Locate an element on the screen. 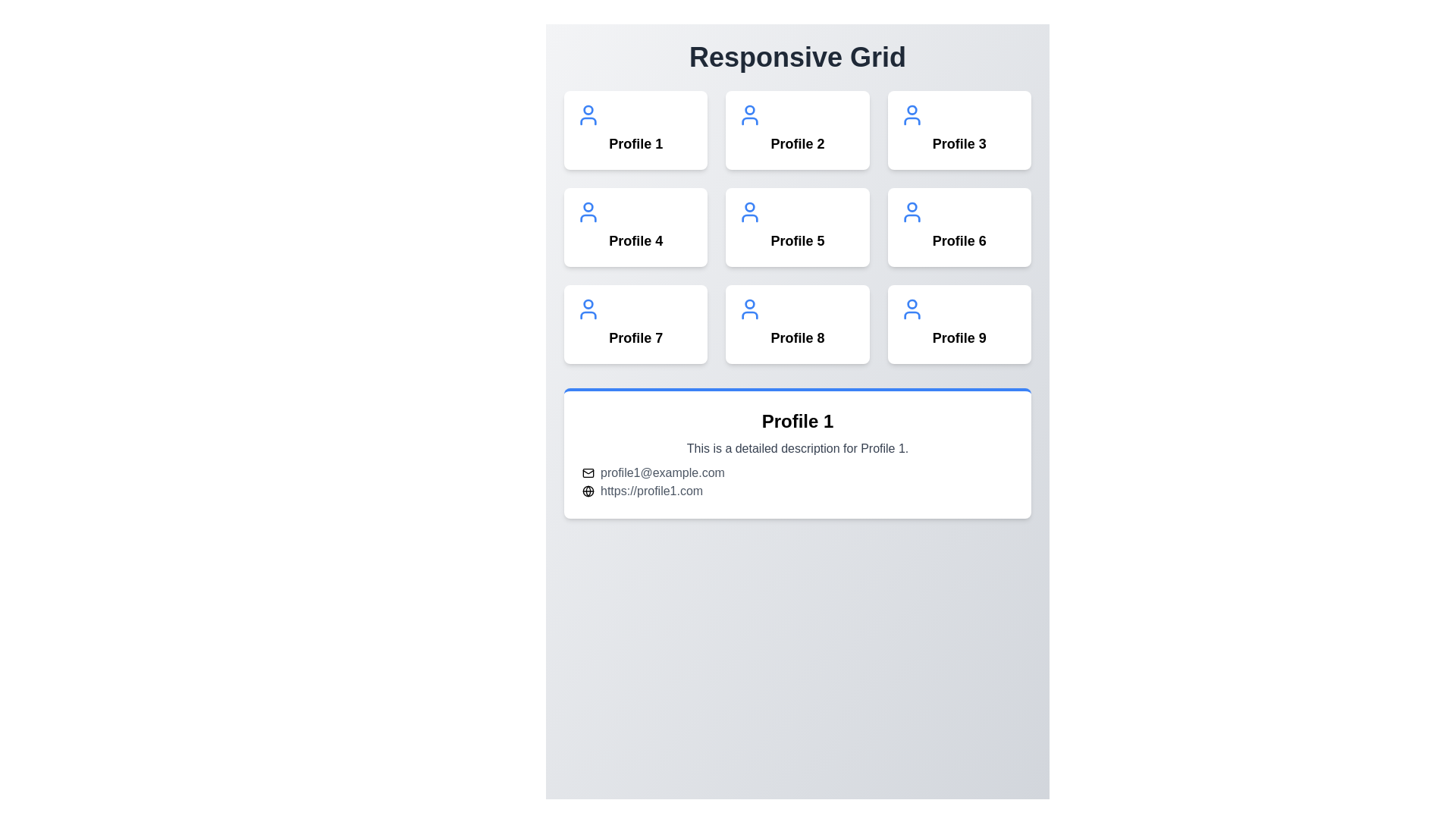 The height and width of the screenshot is (819, 1456). the profile card located in the bottom-right corner of a grid layout is located at coordinates (959, 324).